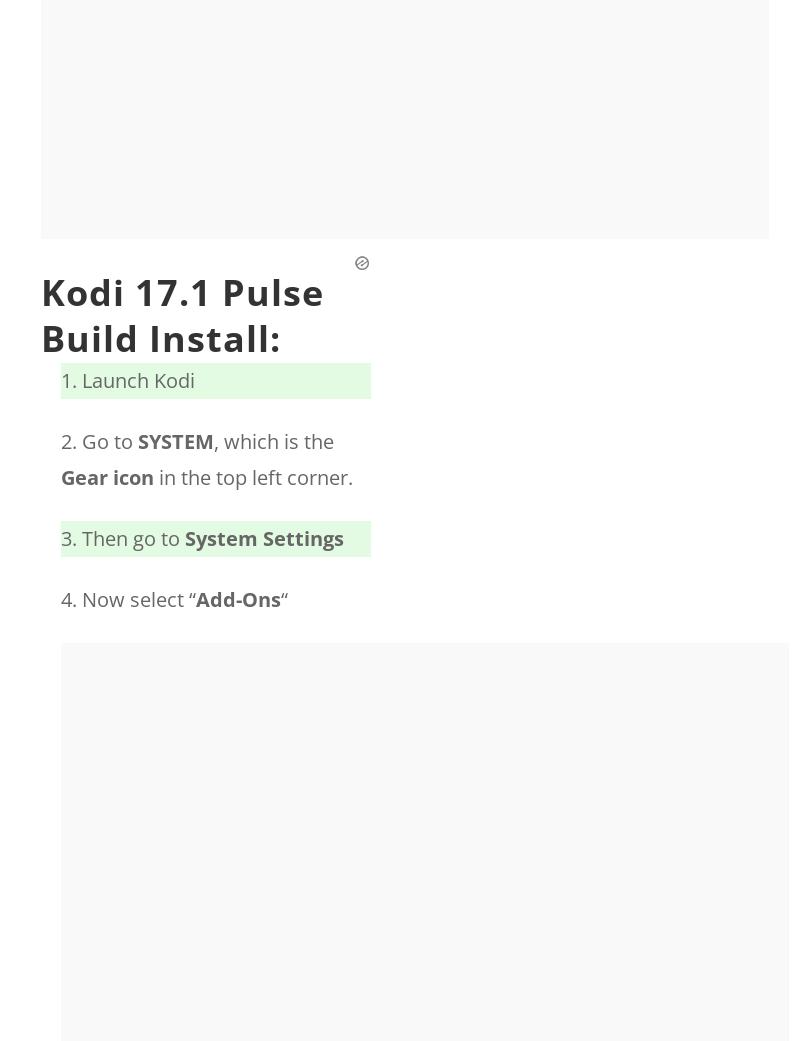 This screenshot has height=1041, width=809. Describe the element at coordinates (137, 599) in the screenshot. I see `'Now select “'` at that location.